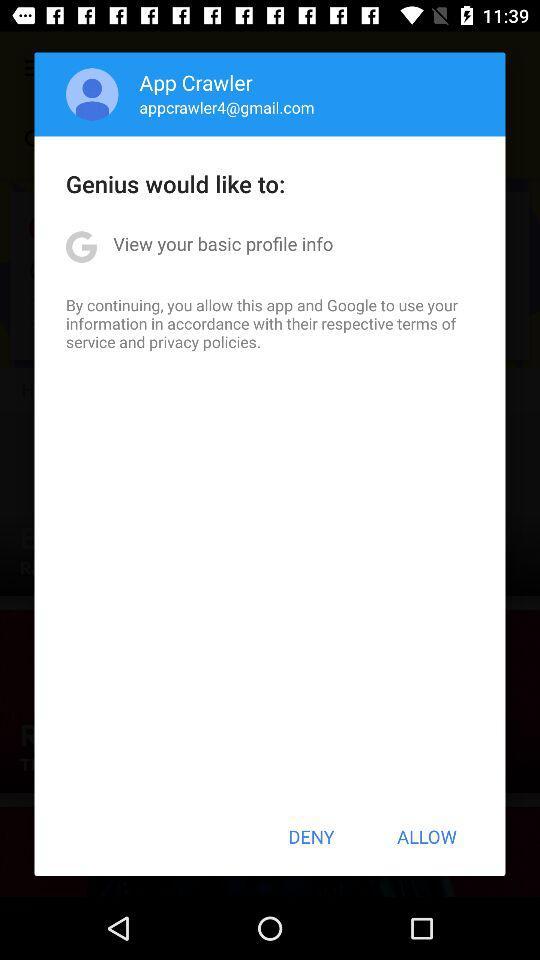 This screenshot has width=540, height=960. What do you see at coordinates (311, 836) in the screenshot?
I see `the deny item` at bounding box center [311, 836].